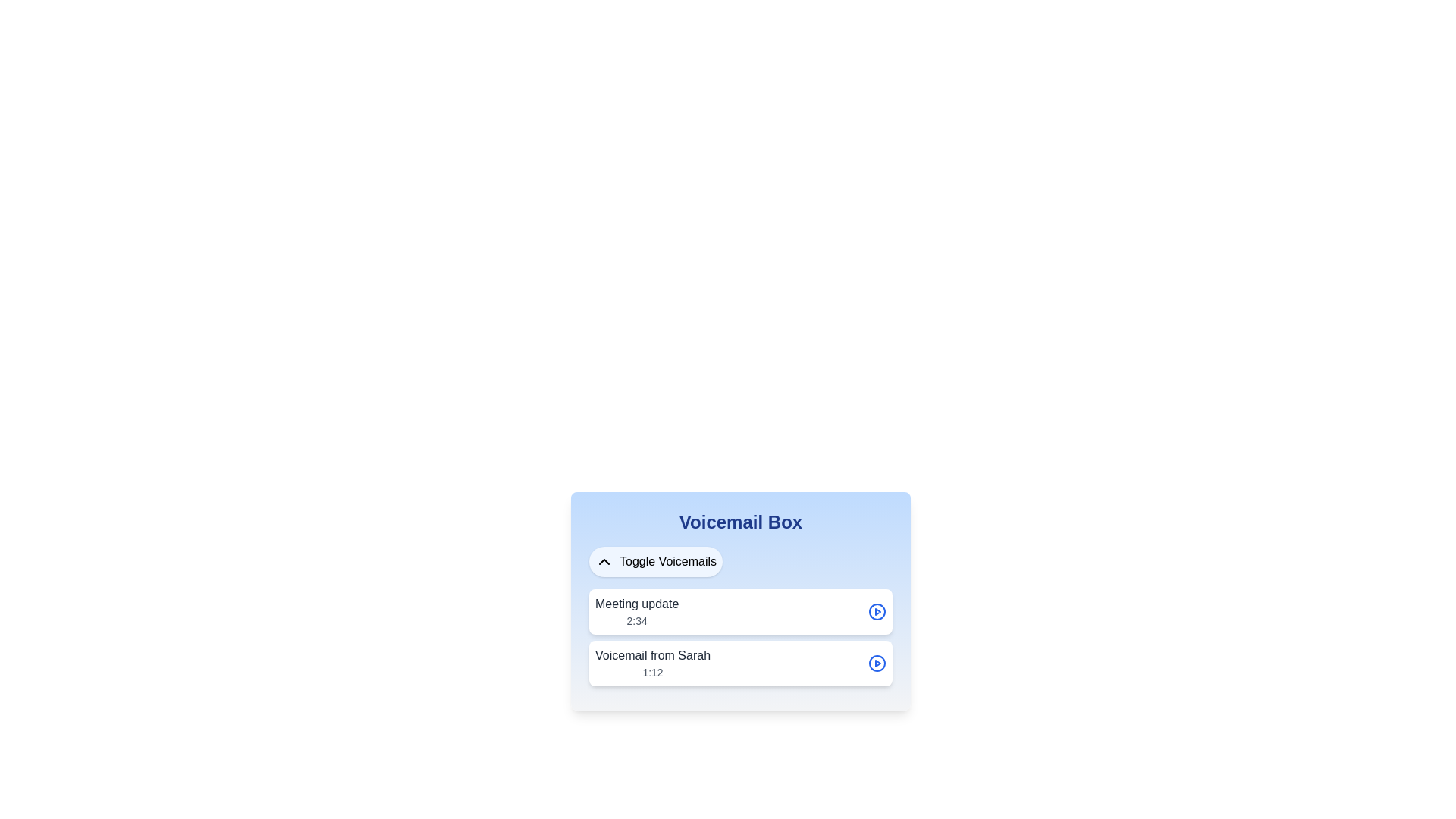  Describe the element at coordinates (603, 561) in the screenshot. I see `the chevron-up icon` at that location.